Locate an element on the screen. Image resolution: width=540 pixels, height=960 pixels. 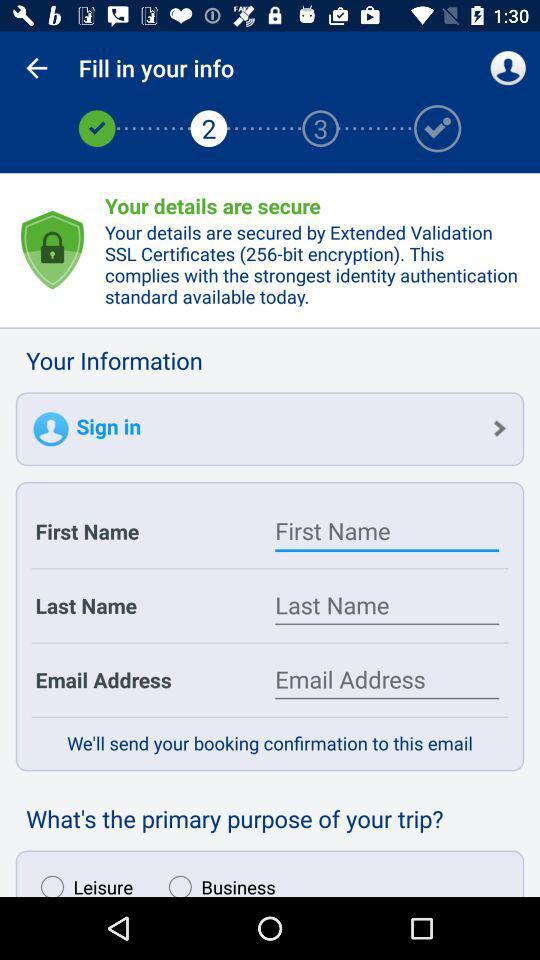
the leisure is located at coordinates (81, 880).